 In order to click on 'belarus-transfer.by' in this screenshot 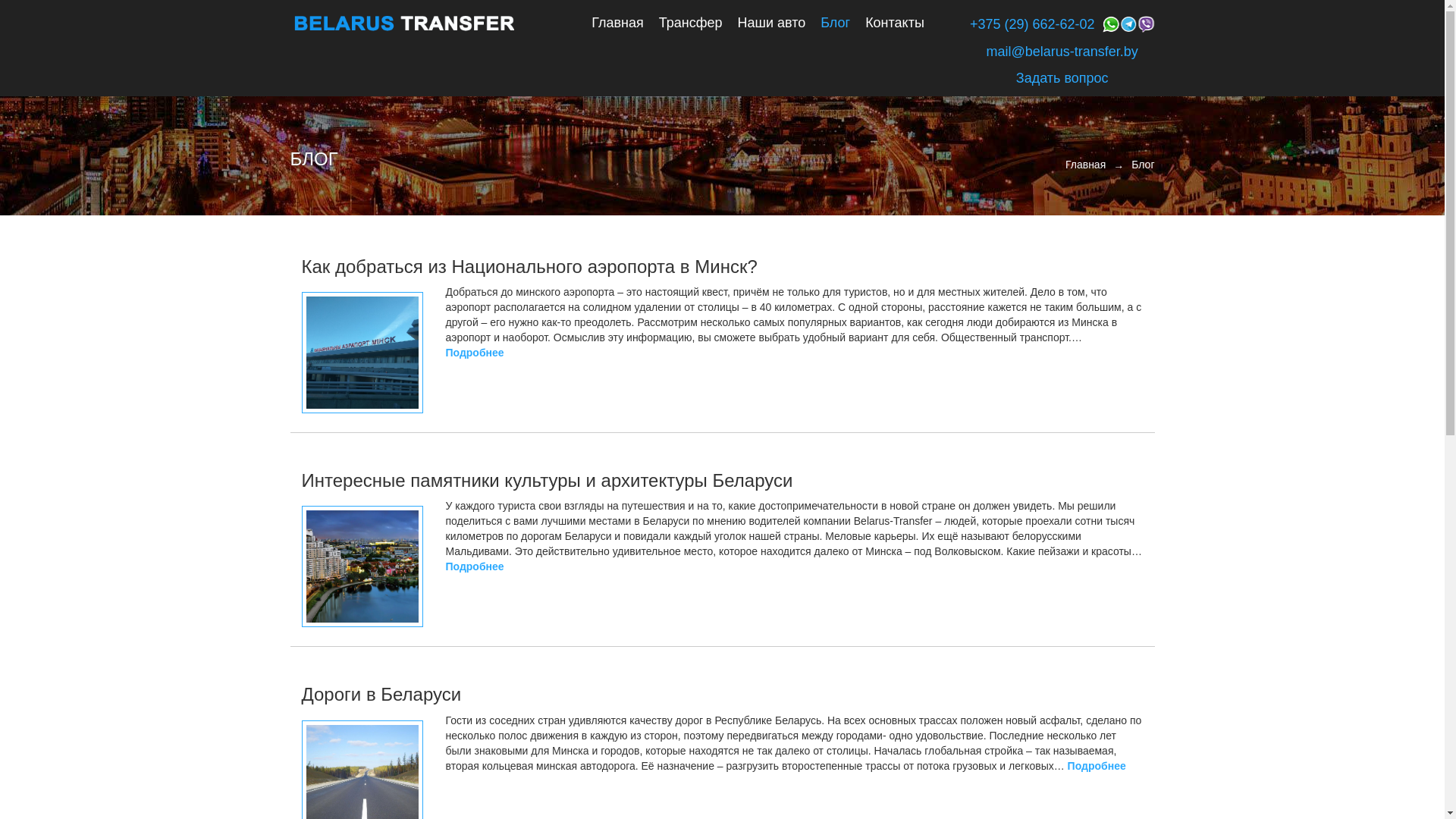, I will do `click(403, 23)`.